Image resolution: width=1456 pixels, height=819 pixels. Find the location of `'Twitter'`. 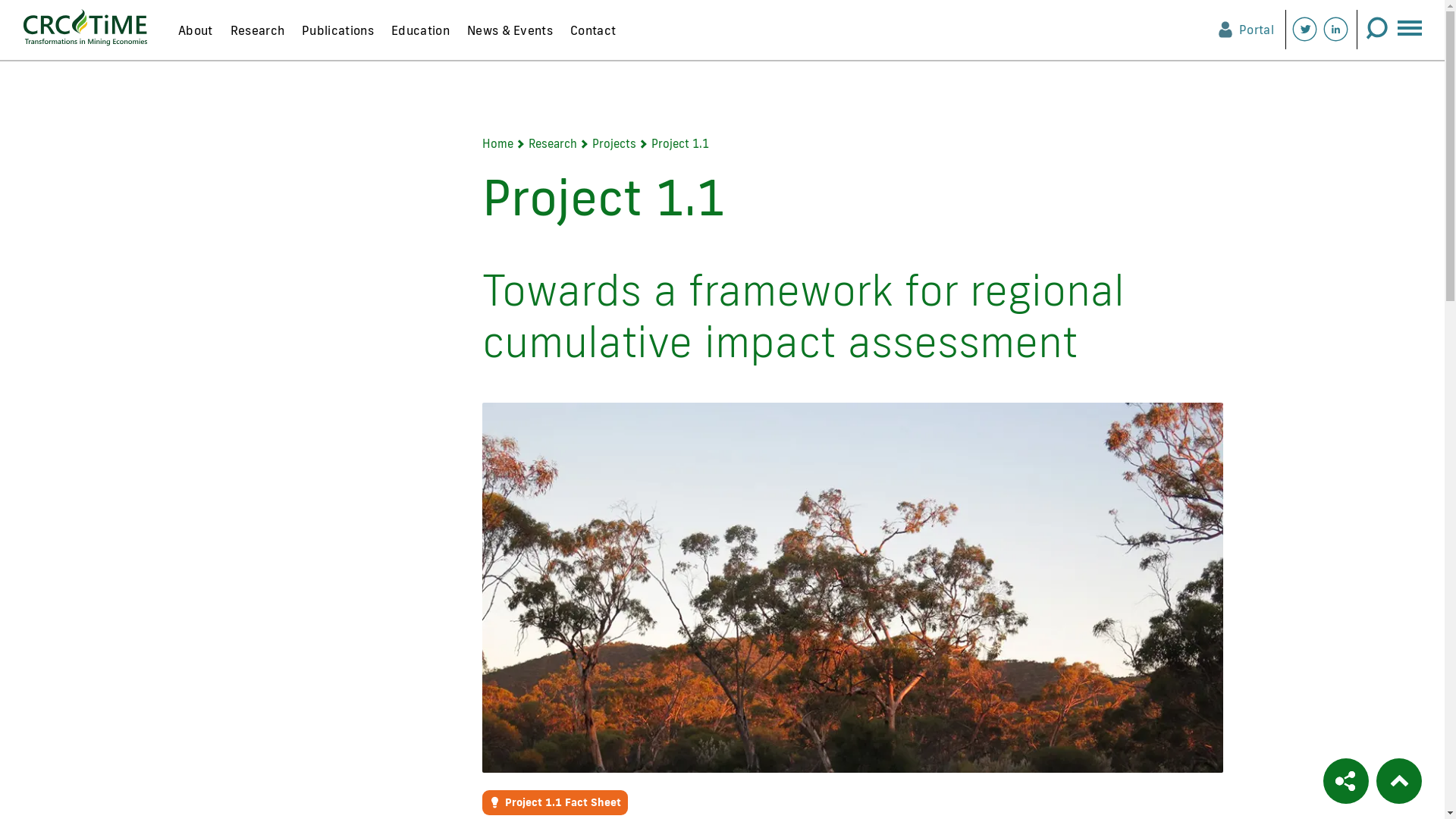

'Twitter' is located at coordinates (1304, 29).